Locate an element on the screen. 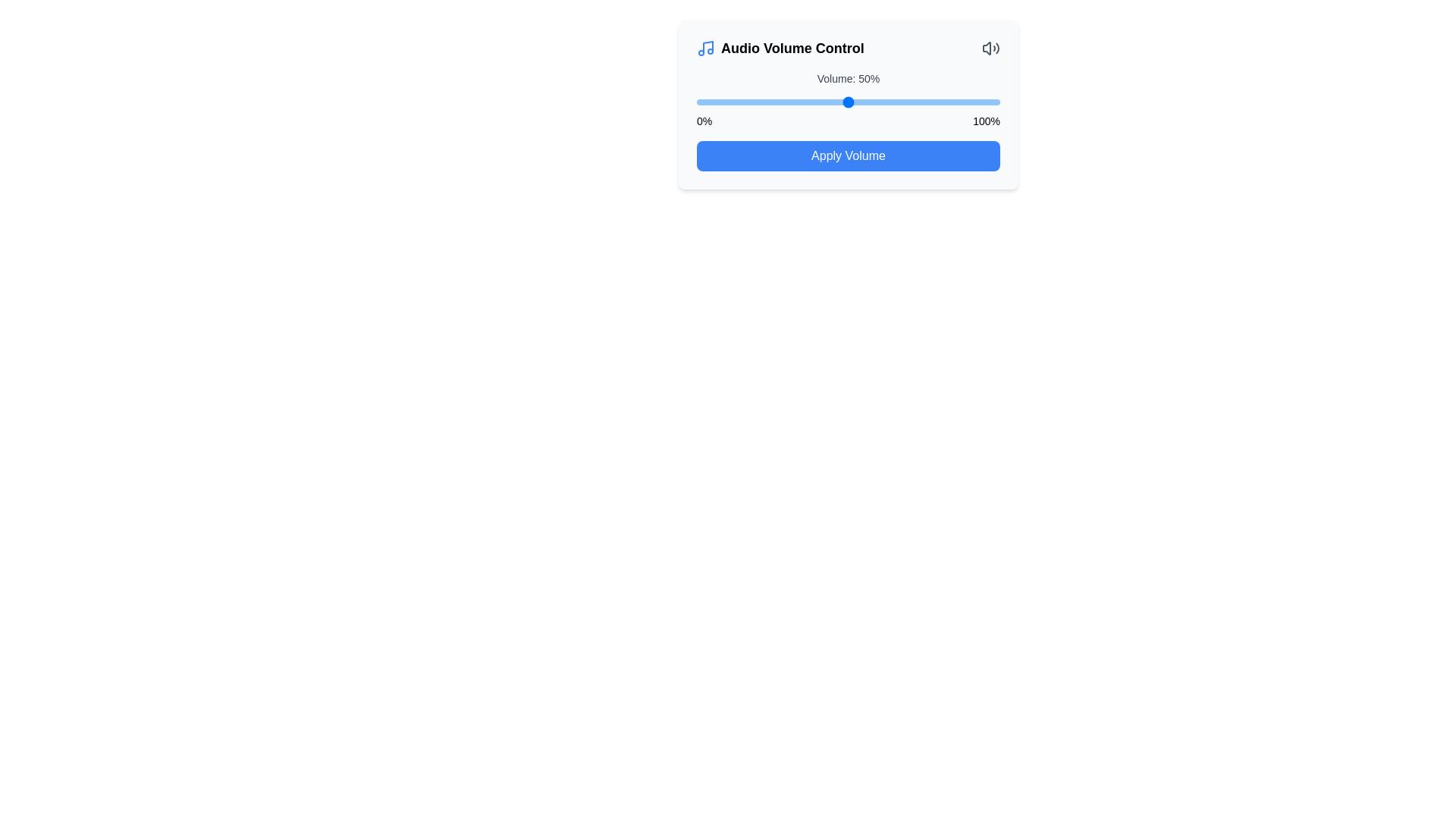  the volume is located at coordinates (876, 102).